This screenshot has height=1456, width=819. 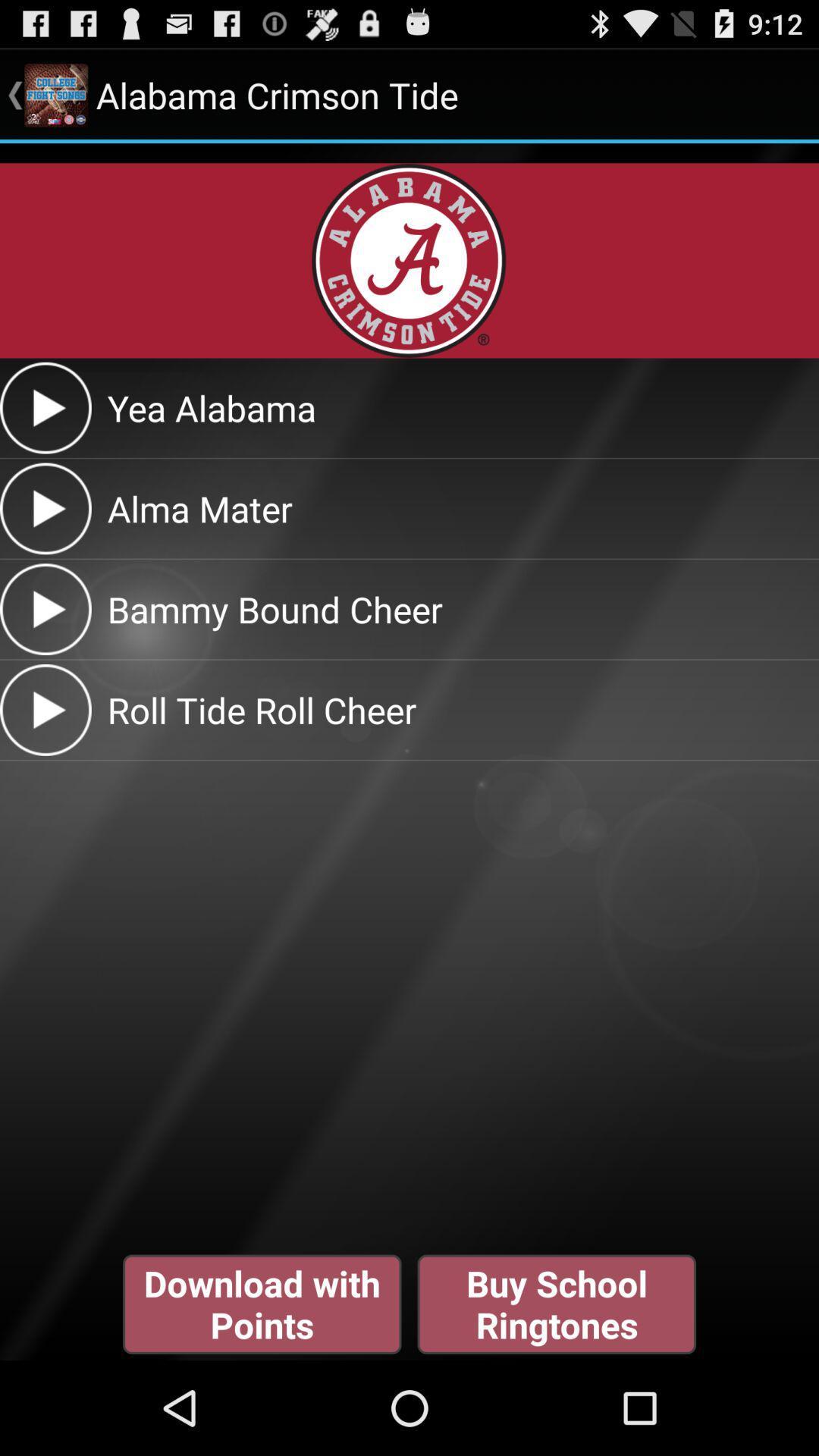 I want to click on patton, so click(x=45, y=609).